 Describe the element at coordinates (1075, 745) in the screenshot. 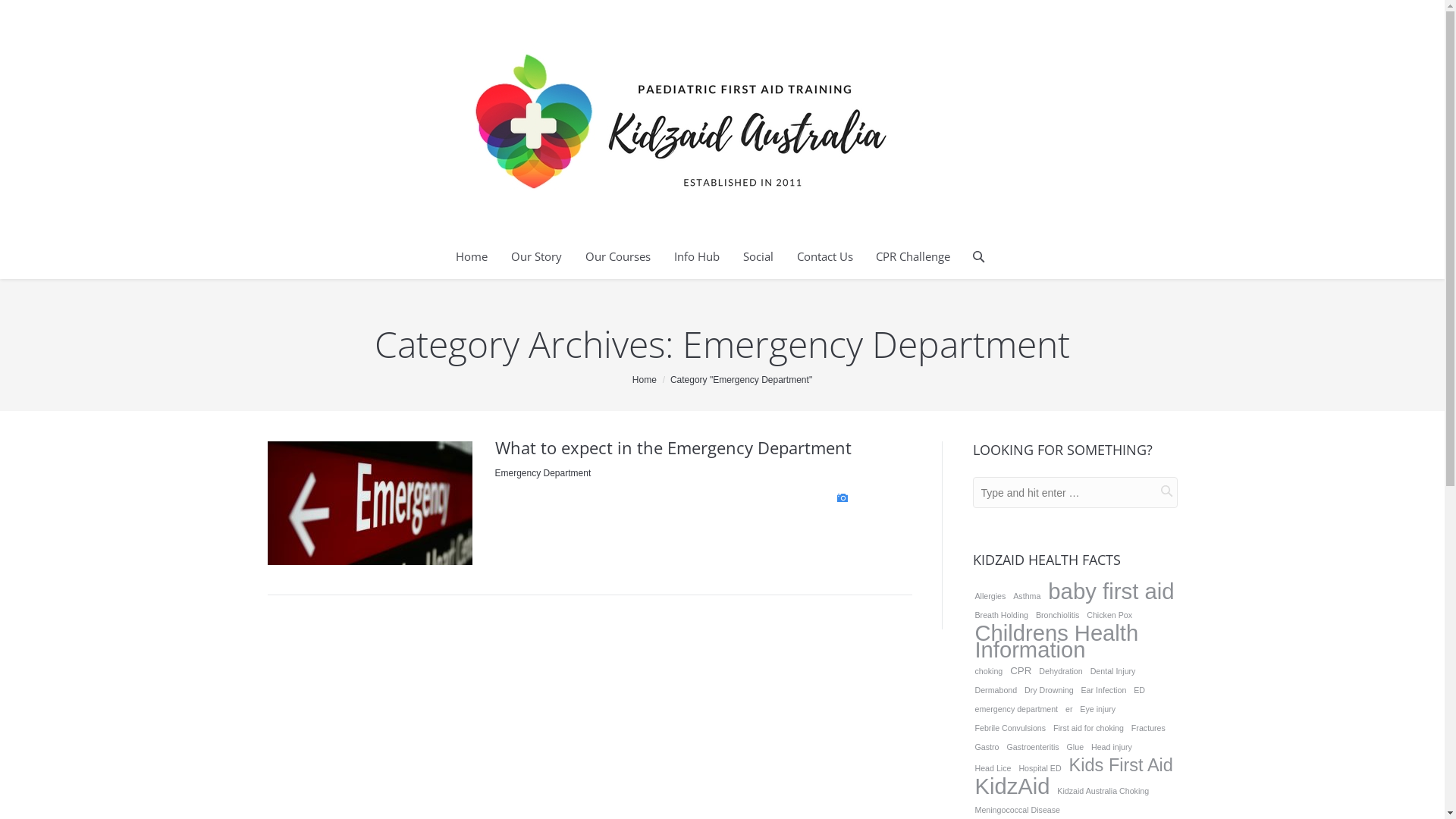

I see `'Glue'` at that location.